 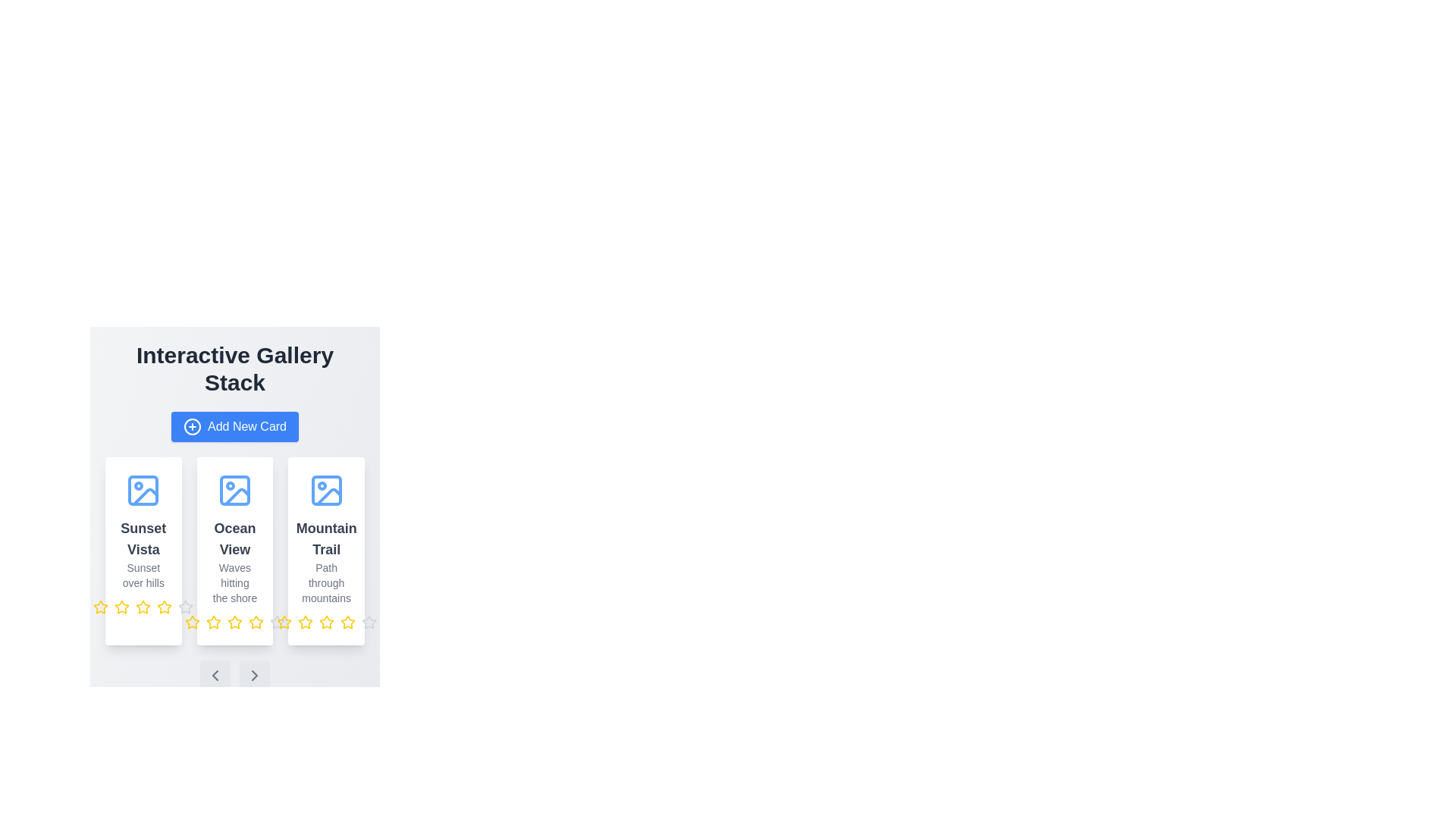 What do you see at coordinates (256, 623) in the screenshot?
I see `from the center of the sixth yellow star icon` at bounding box center [256, 623].